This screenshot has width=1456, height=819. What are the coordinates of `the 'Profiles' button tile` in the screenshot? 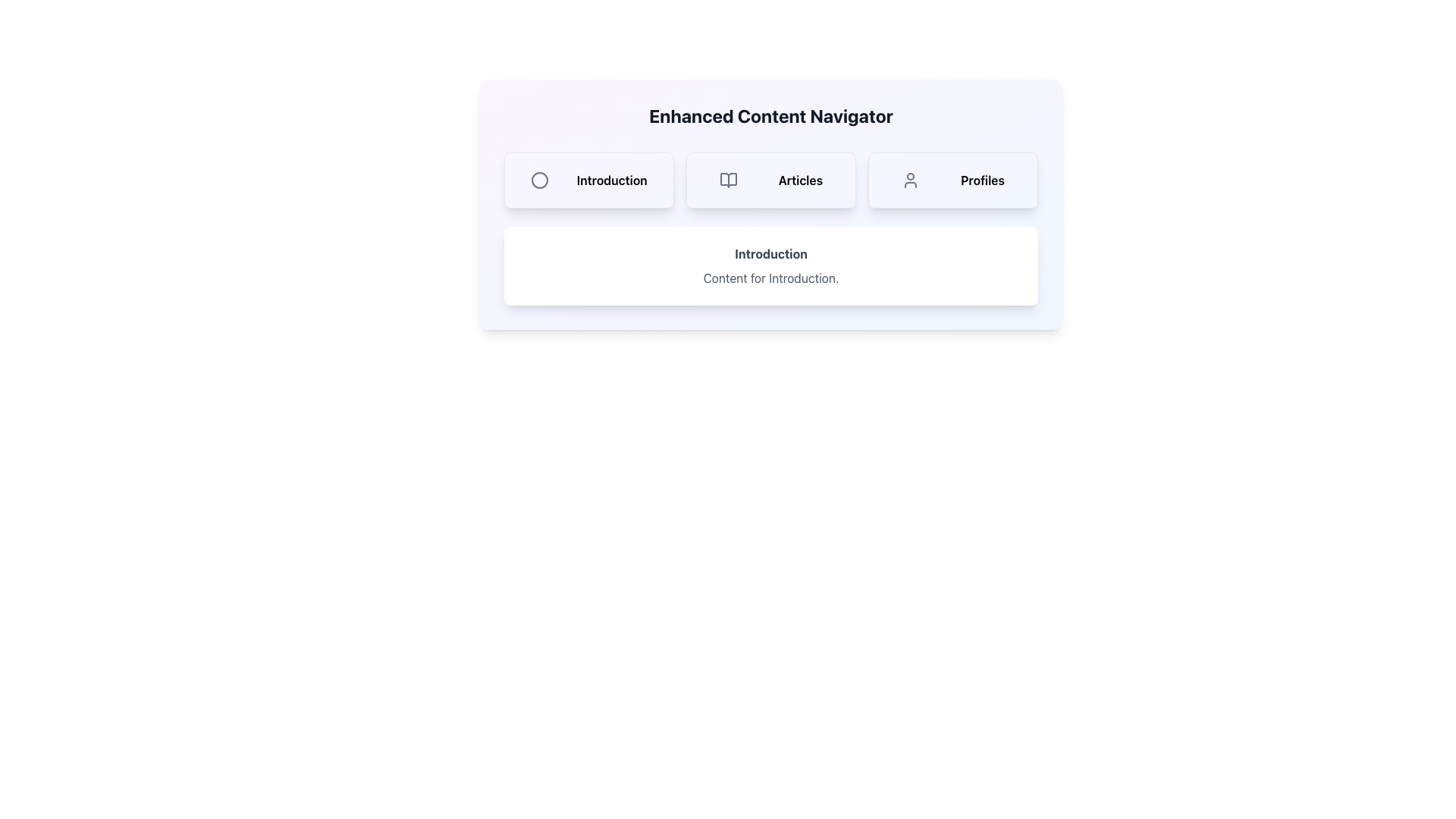 It's located at (952, 180).